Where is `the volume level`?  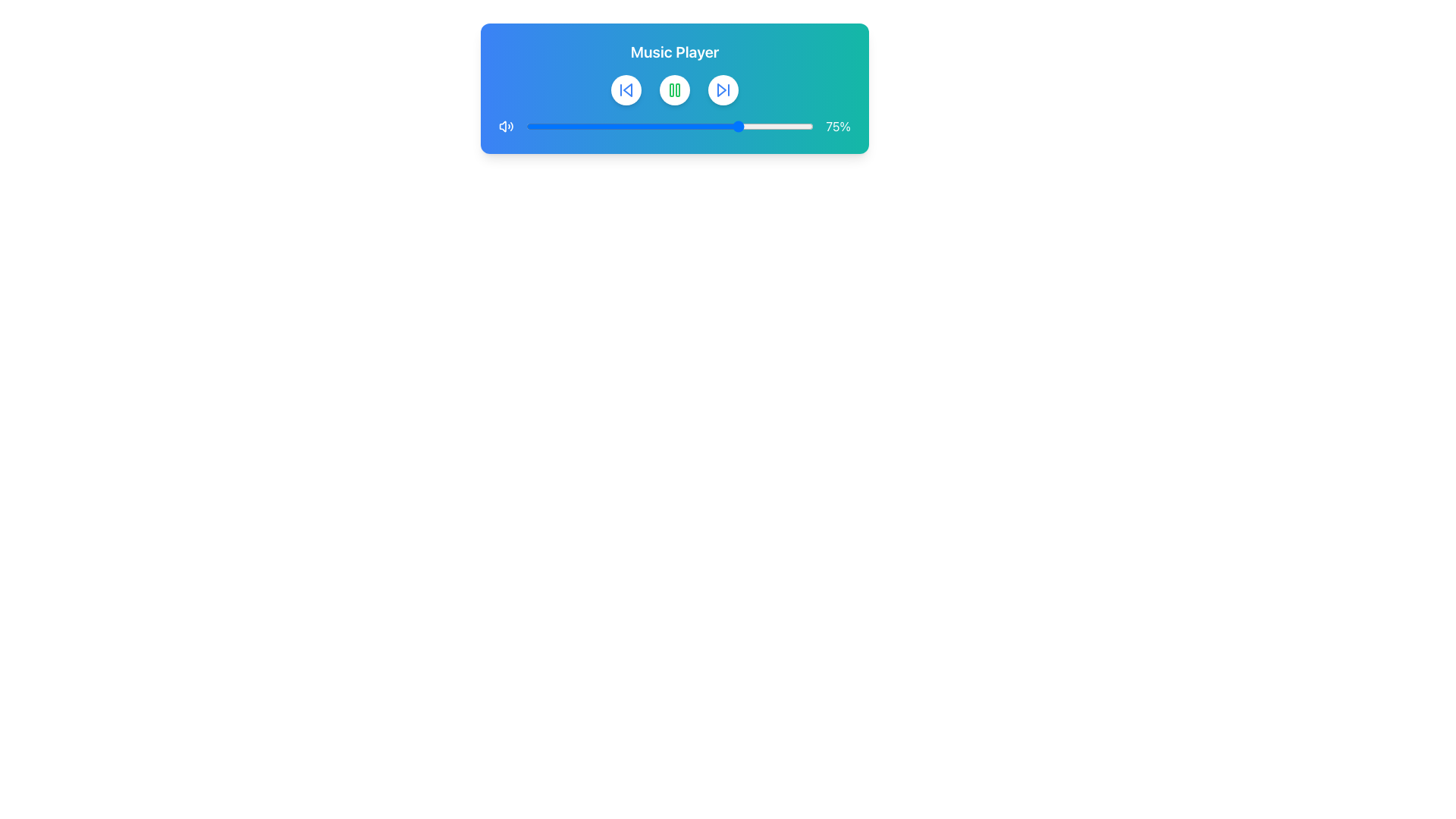 the volume level is located at coordinates (773, 125).